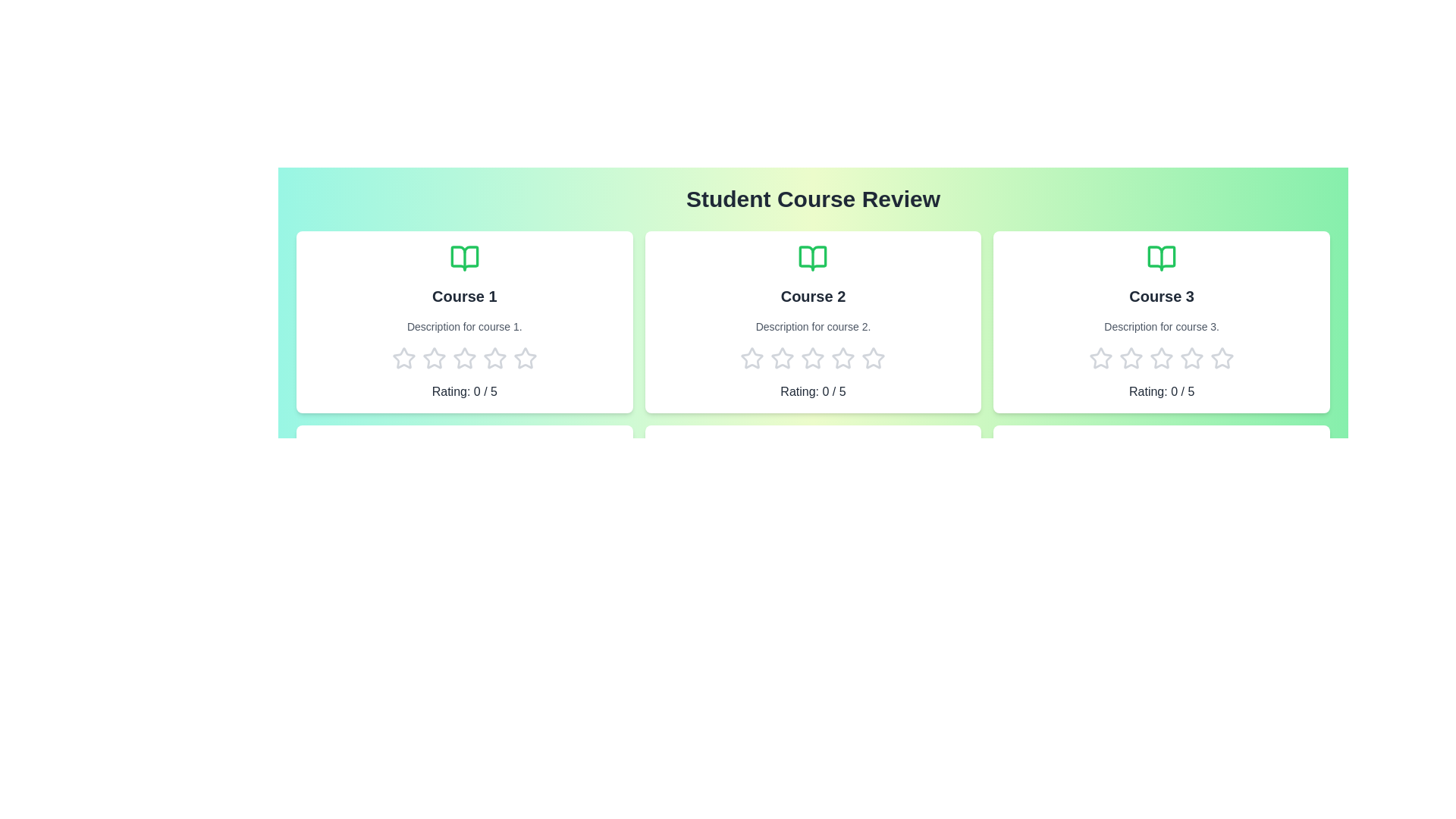 Image resolution: width=1456 pixels, height=819 pixels. I want to click on the rating of a course to 4 stars by clicking on the corresponding star, so click(494, 359).